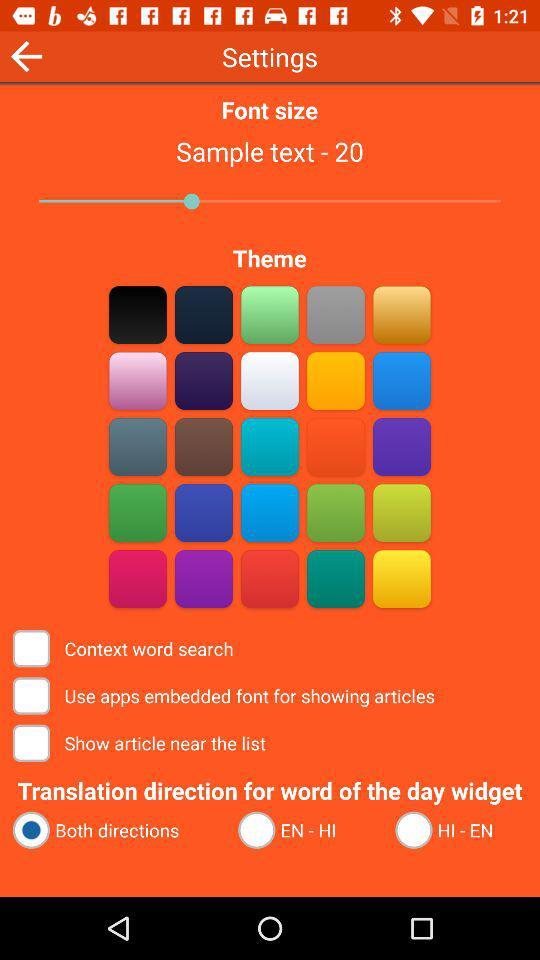 This screenshot has height=960, width=540. I want to click on item below translation direction for item, so click(116, 830).